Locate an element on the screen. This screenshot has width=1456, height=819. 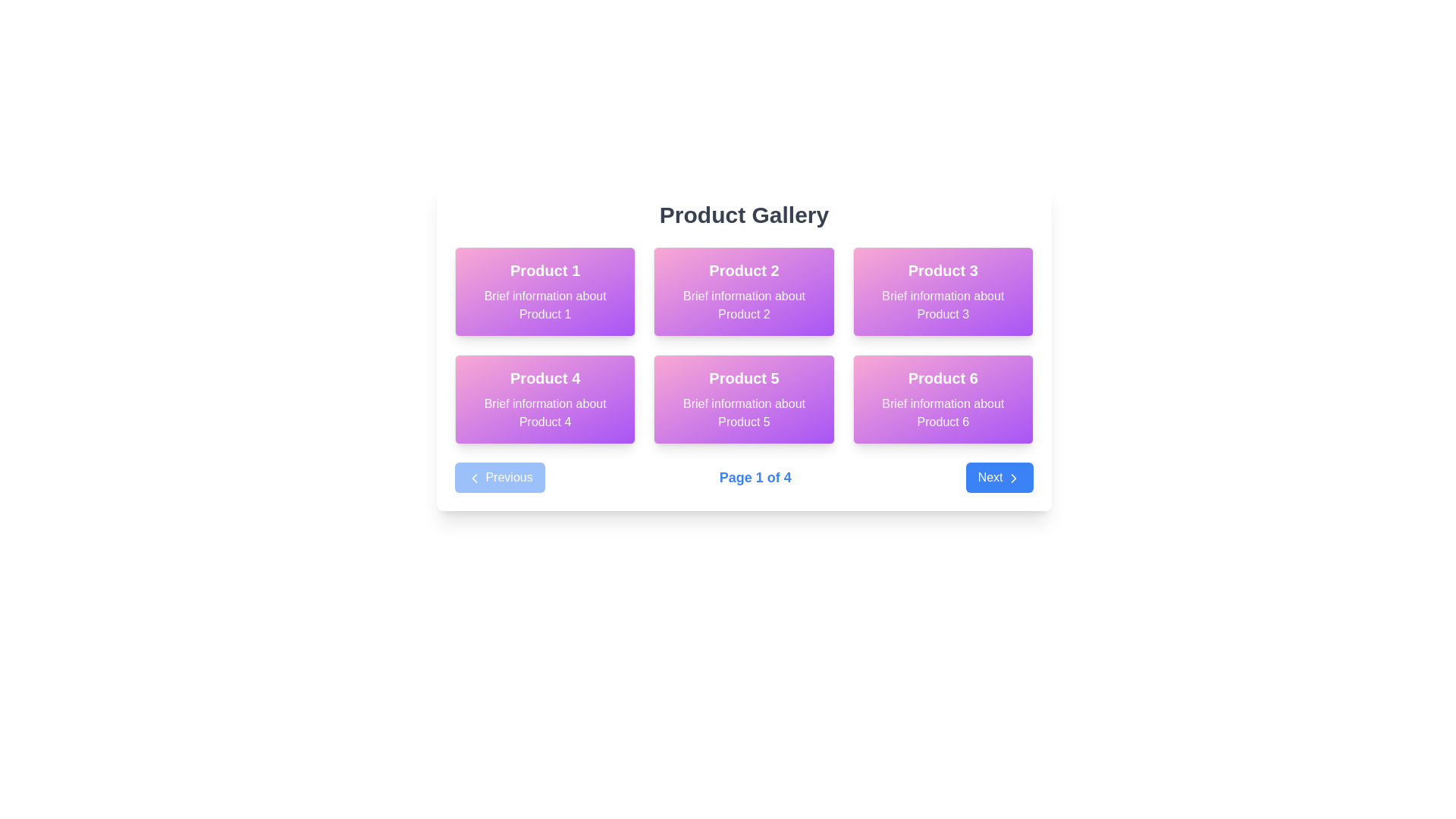
the Informational Card titled 'Product 6', located in the bottom-right corner of a 2x3 grid layout, to interact with neighboring elements is located at coordinates (942, 399).